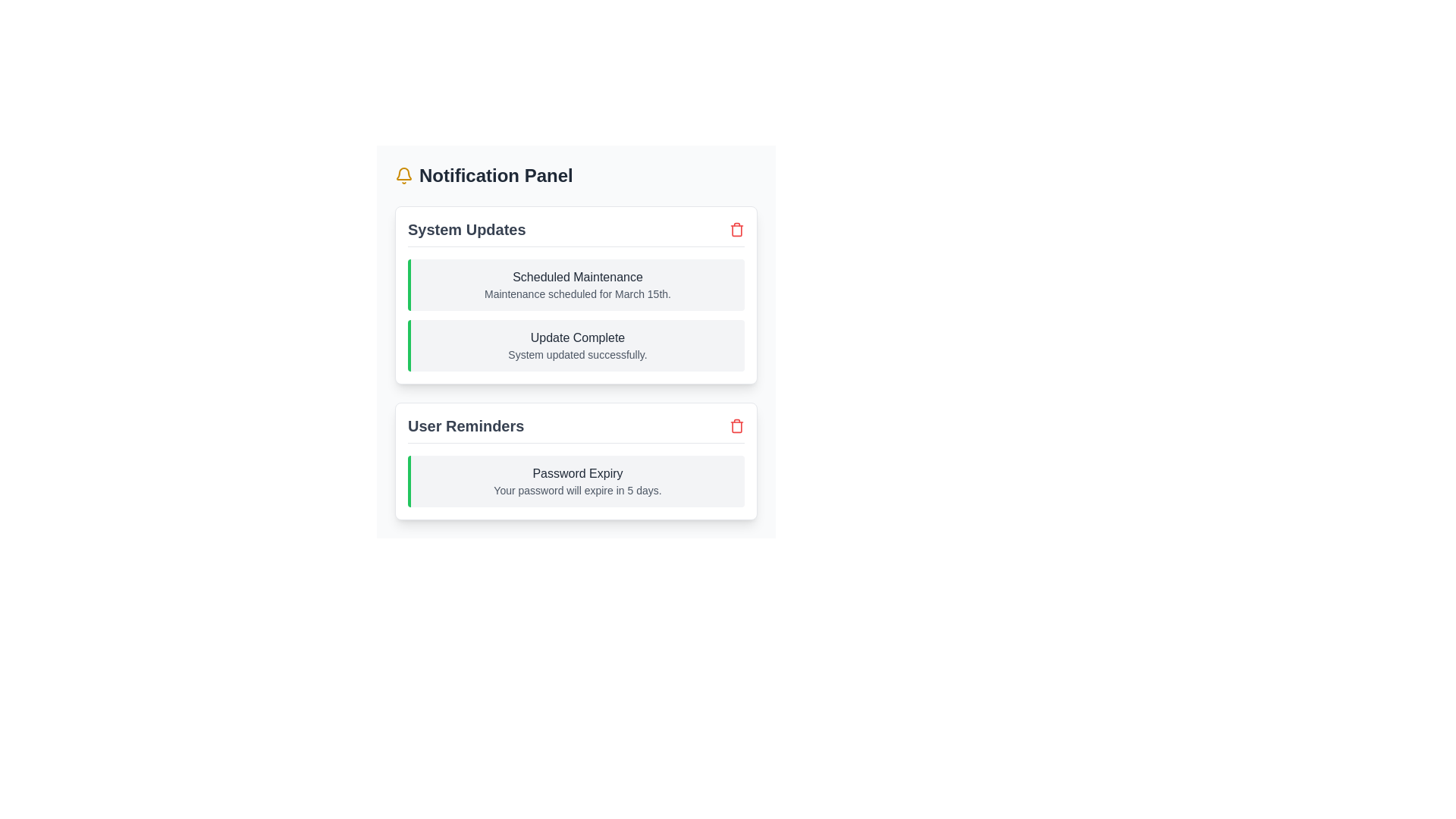  I want to click on the delete icon for the System Updates notification category, so click(736, 230).